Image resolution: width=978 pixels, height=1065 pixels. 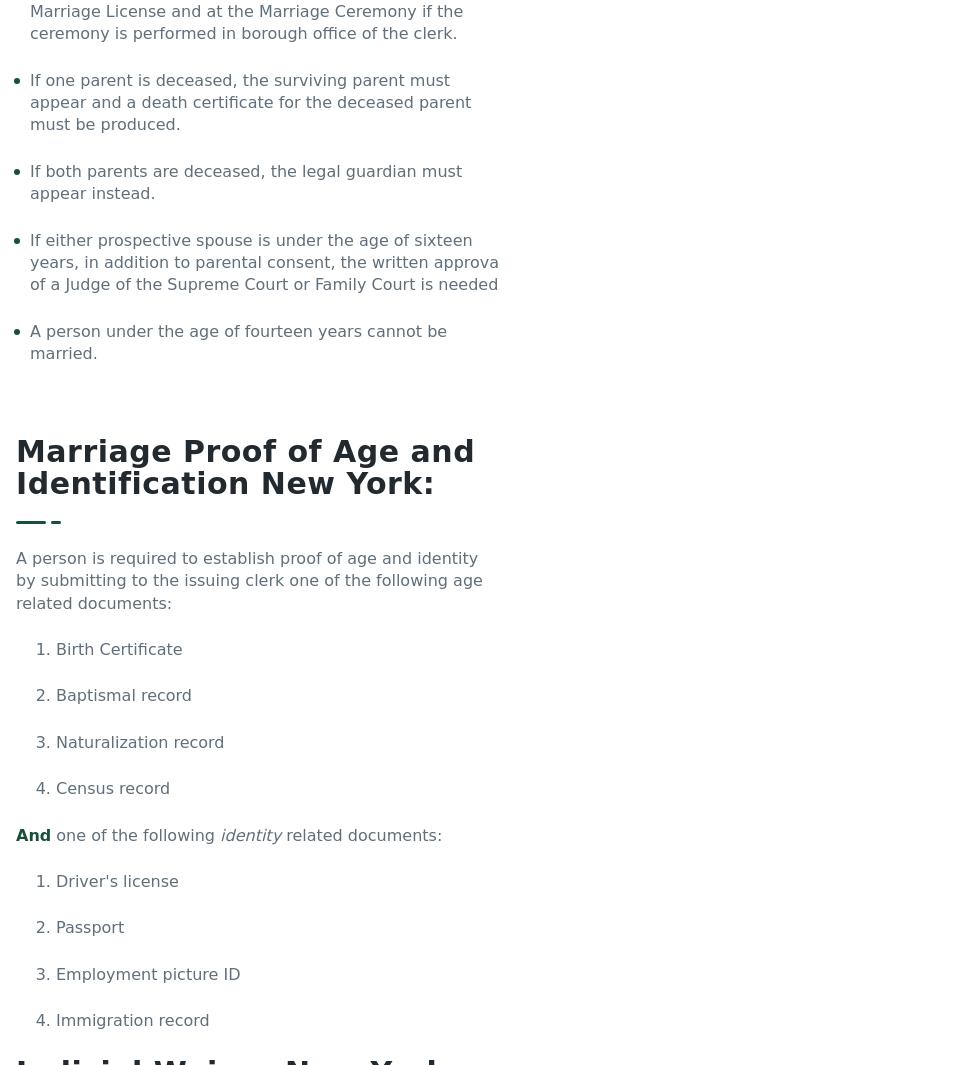 I want to click on 'identity', so click(x=249, y=834).